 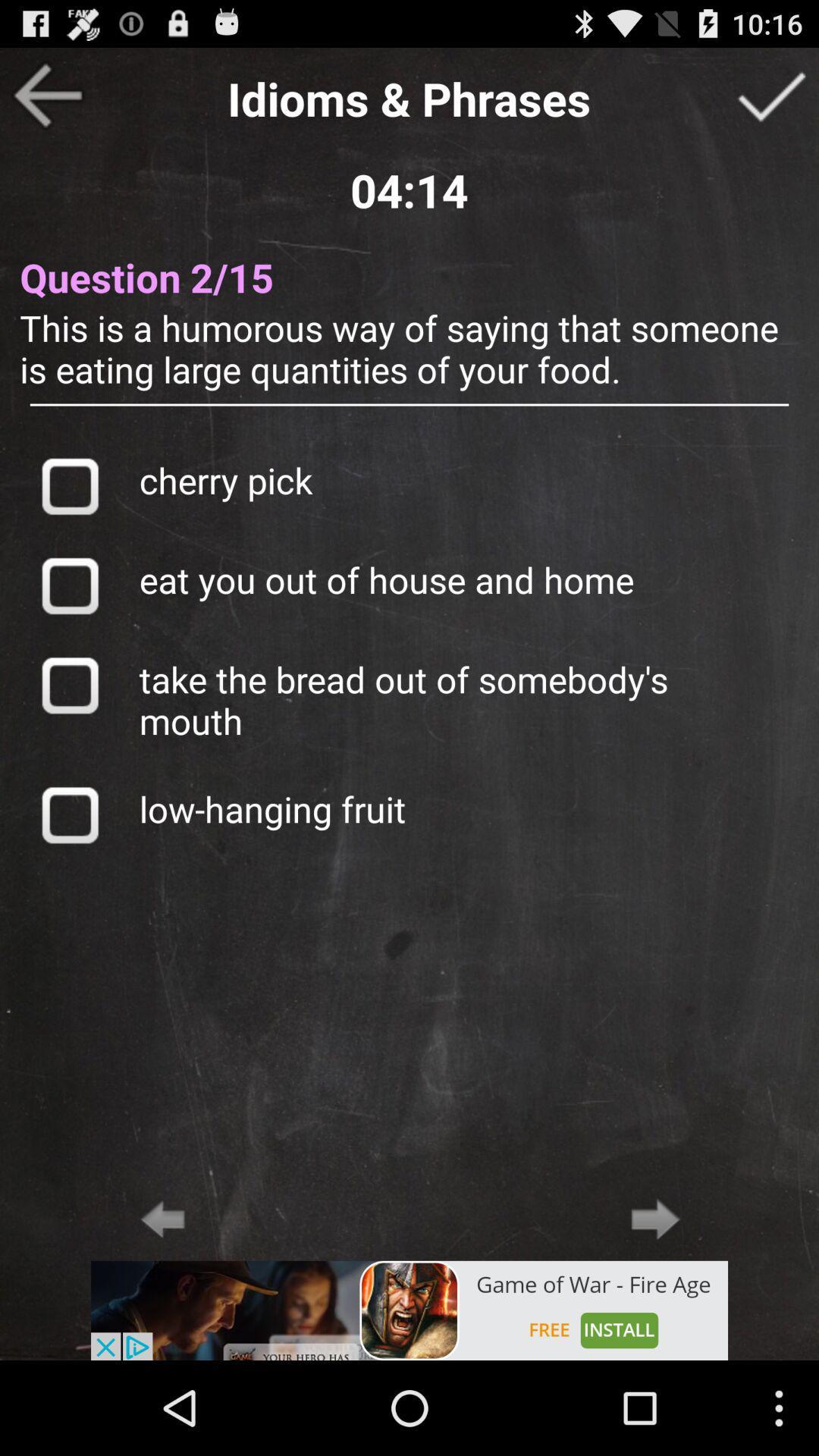 What do you see at coordinates (162, 1219) in the screenshot?
I see `go back` at bounding box center [162, 1219].